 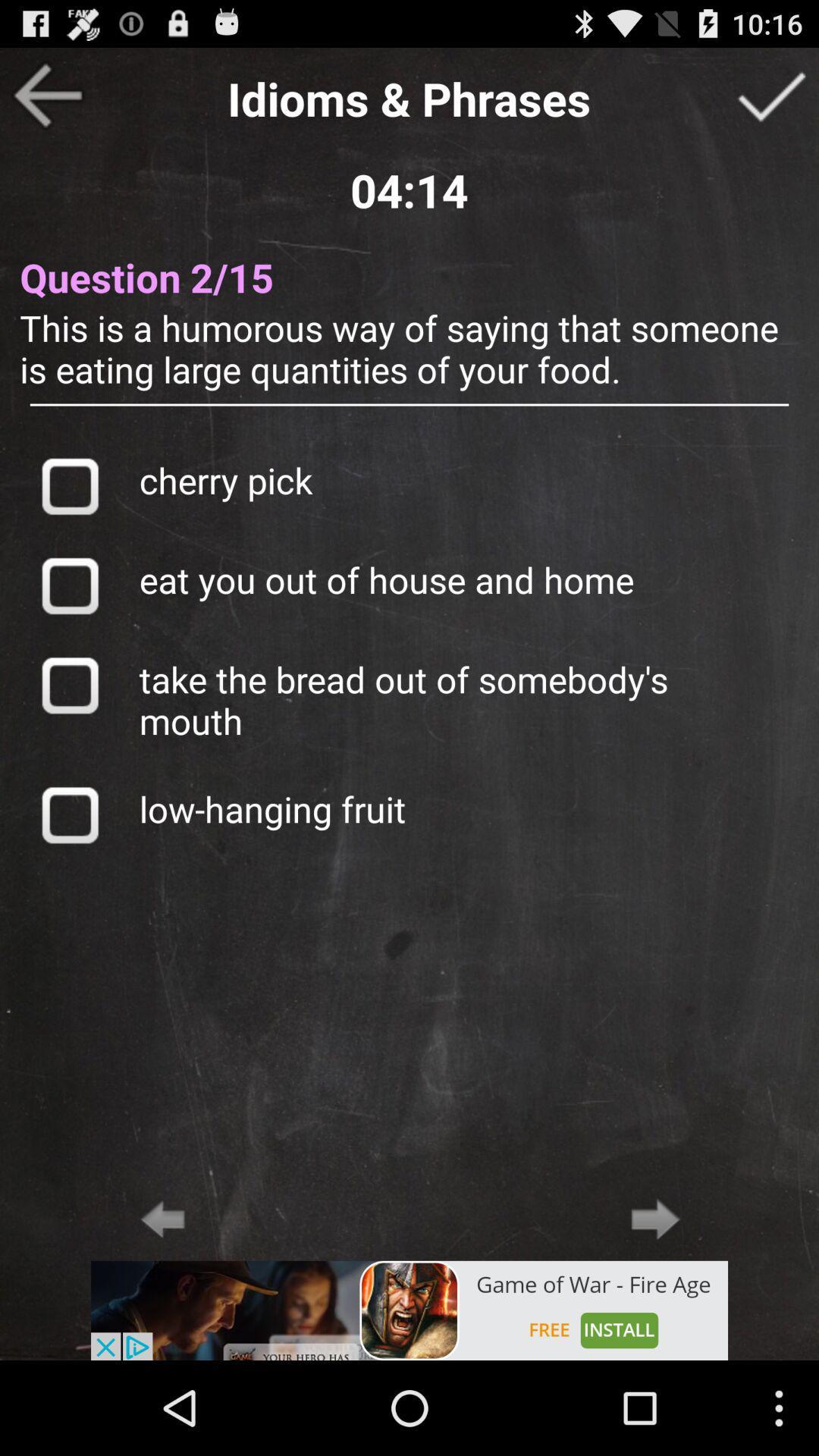 What do you see at coordinates (162, 1219) in the screenshot?
I see `go back` at bounding box center [162, 1219].